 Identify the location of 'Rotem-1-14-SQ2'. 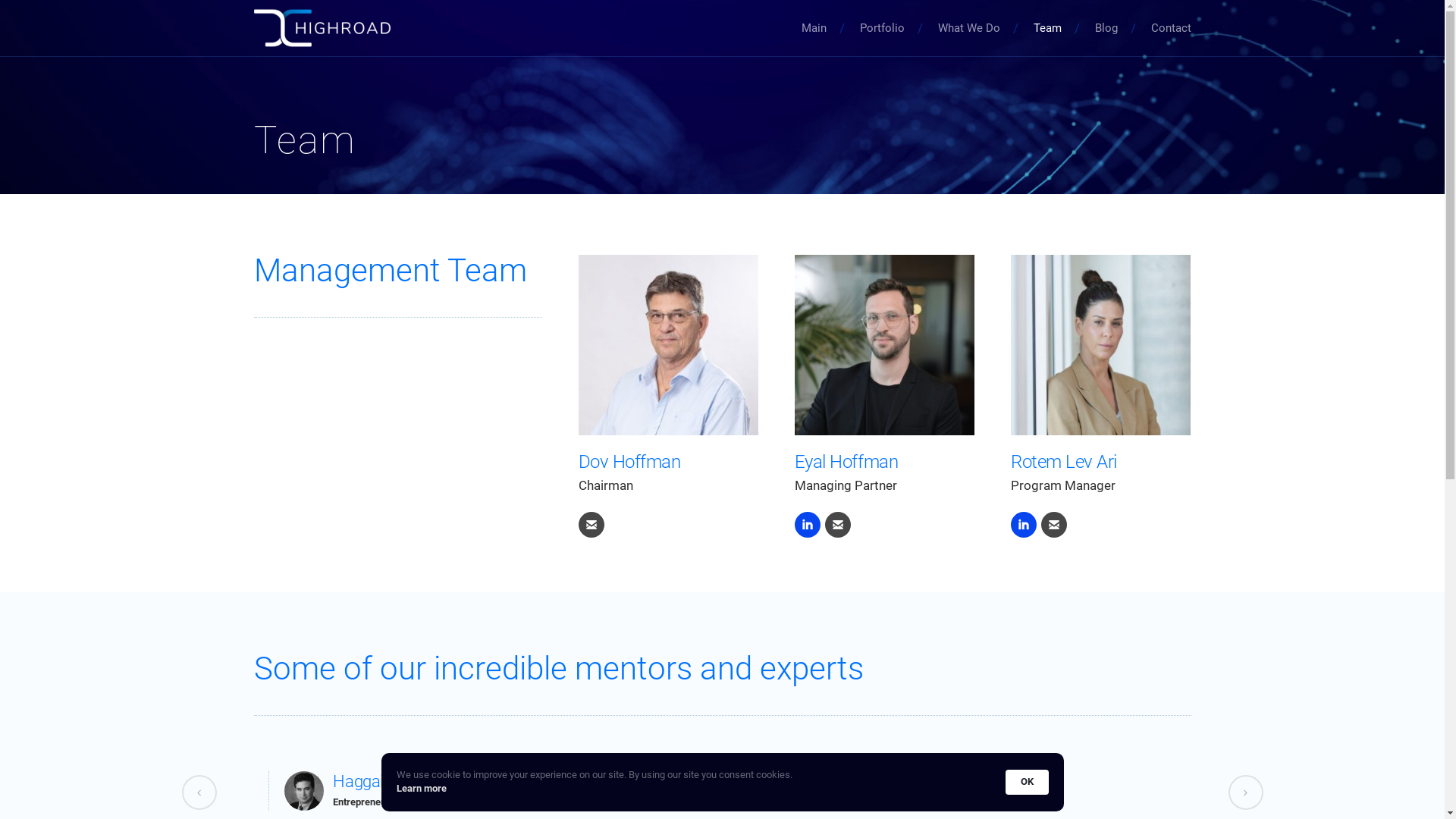
(1100, 344).